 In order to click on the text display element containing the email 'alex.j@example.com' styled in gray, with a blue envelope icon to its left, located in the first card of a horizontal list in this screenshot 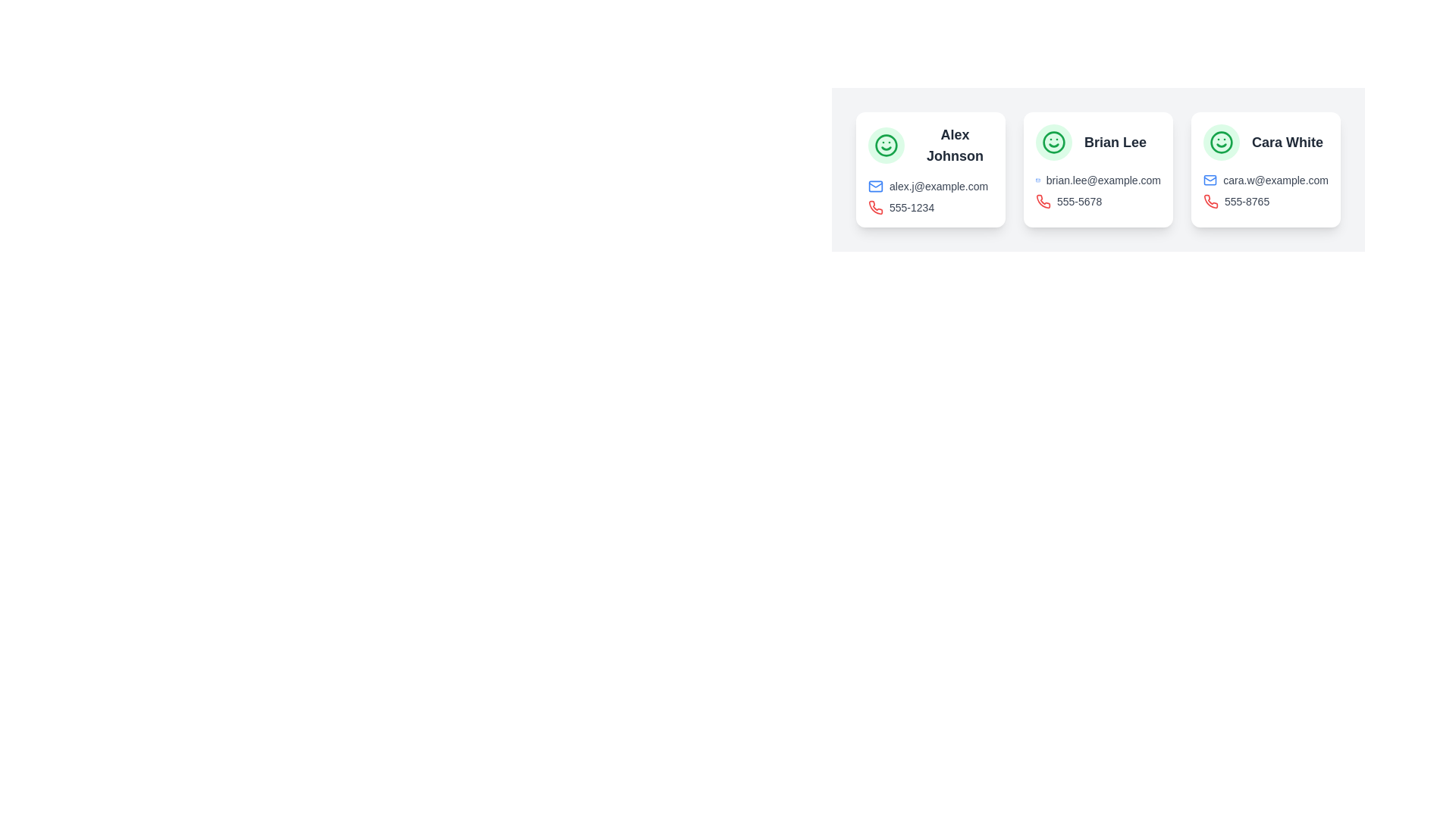, I will do `click(930, 186)`.